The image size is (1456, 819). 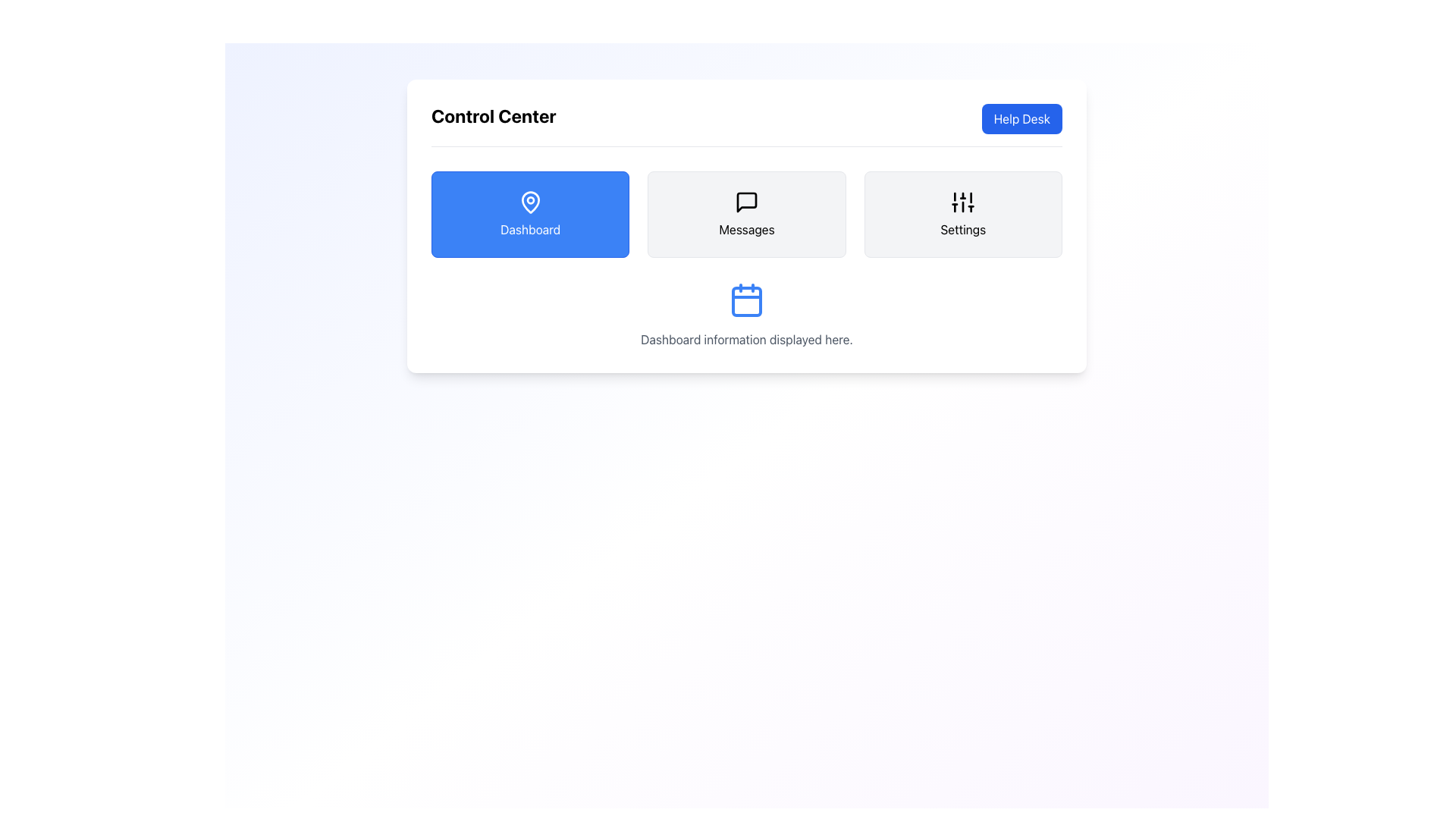 I want to click on the map pin icon that visually identifies the 'Dashboard' button, which is centrally located within the blue button labeled 'Dashboard' in the Control Center interface, so click(x=530, y=201).